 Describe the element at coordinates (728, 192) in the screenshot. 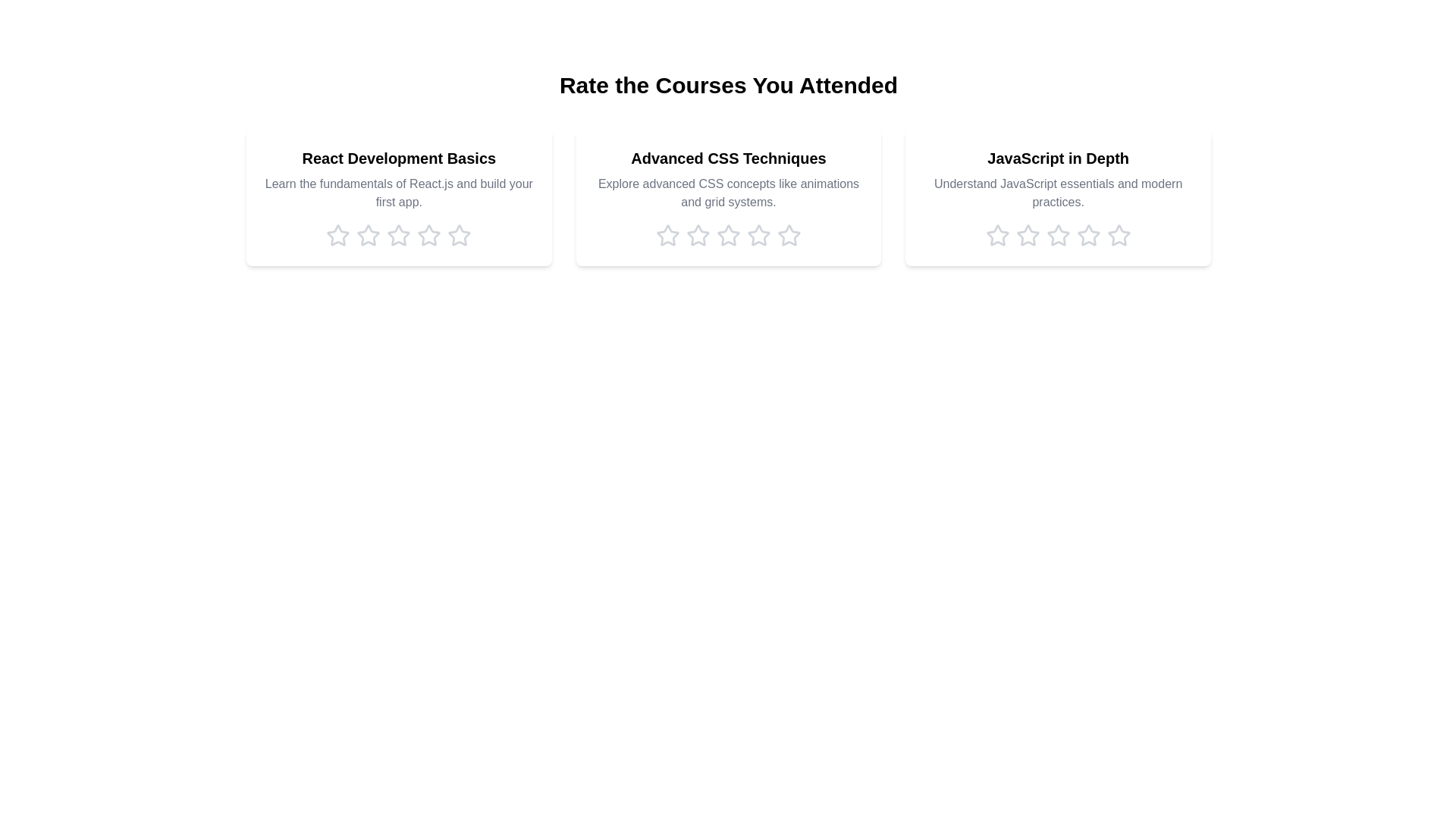

I see `the description of the course titled 'Advanced CSS Techniques'` at that location.